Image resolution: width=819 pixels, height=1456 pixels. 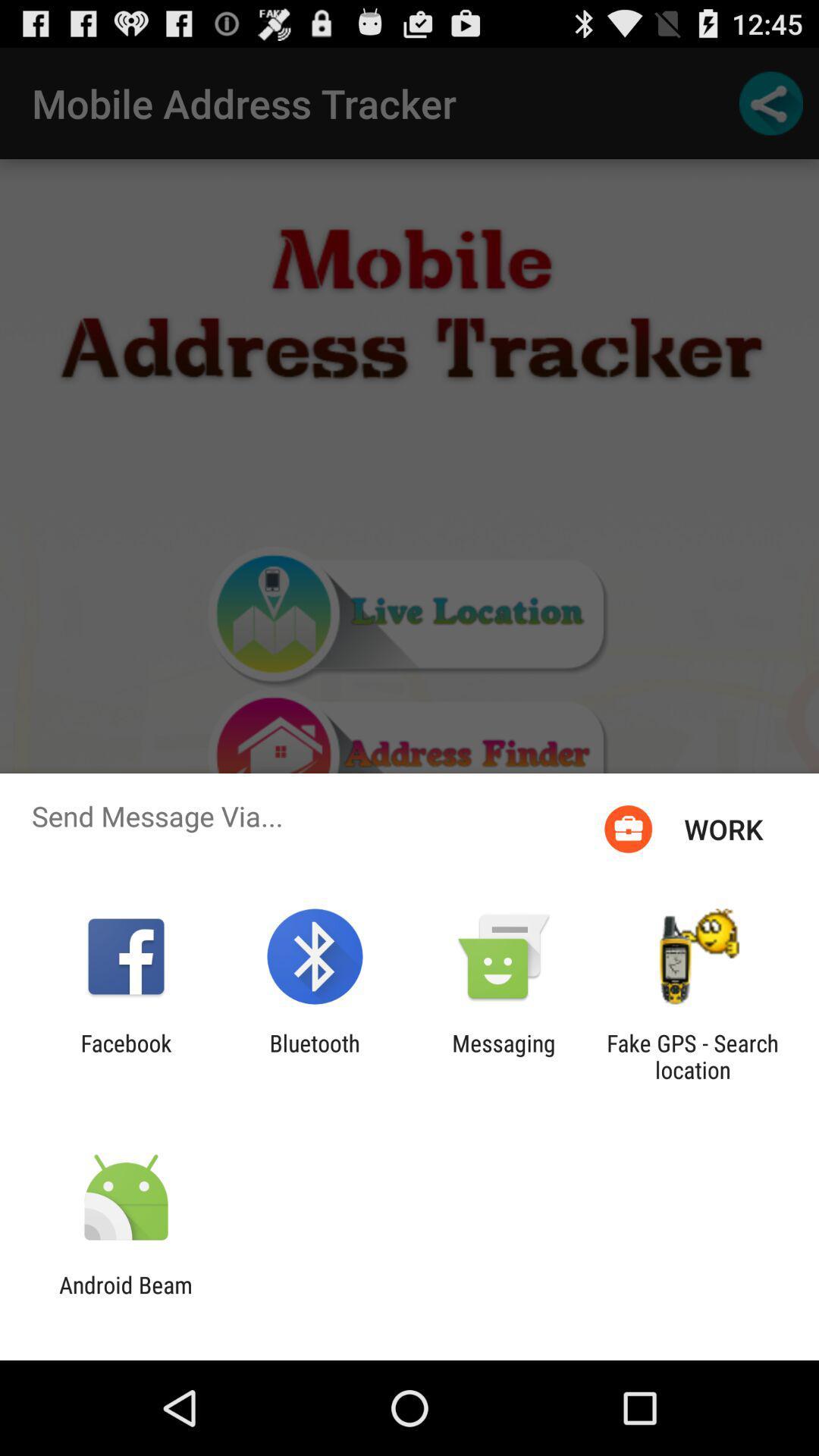 I want to click on the messaging icon, so click(x=504, y=1056).